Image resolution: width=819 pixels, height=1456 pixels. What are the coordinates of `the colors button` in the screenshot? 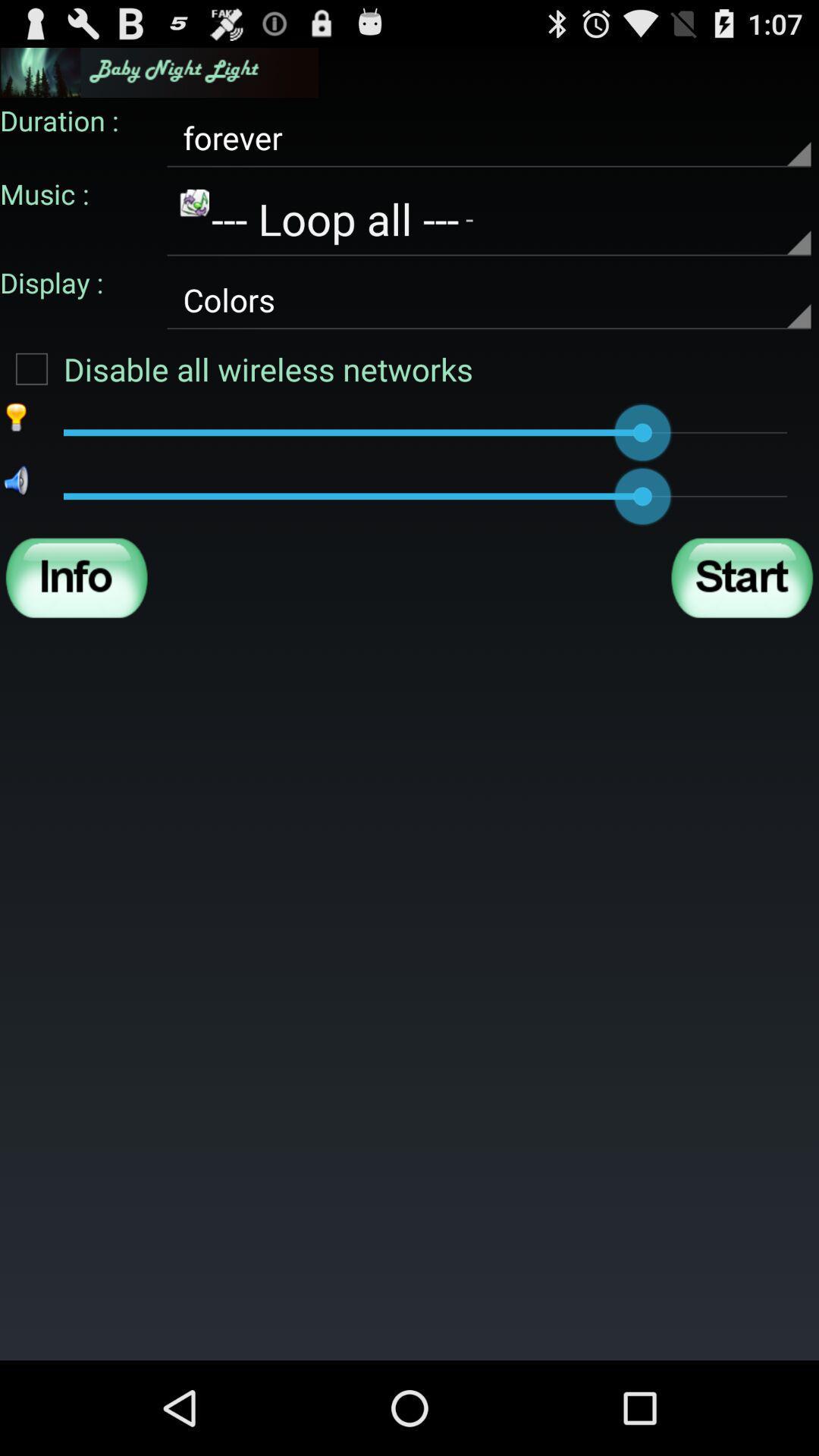 It's located at (488, 300).